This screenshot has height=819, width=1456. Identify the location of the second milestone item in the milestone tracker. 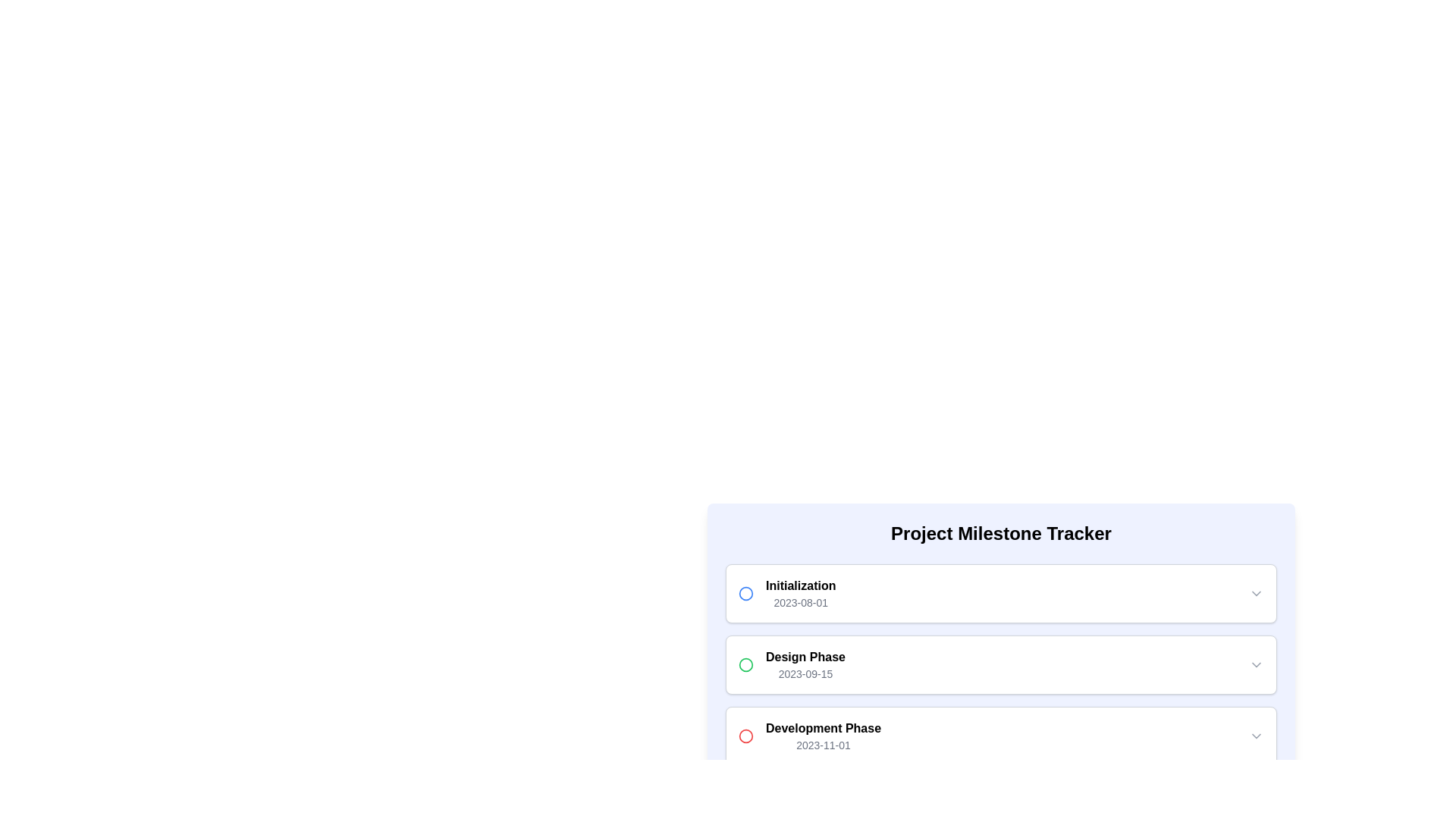
(1001, 664).